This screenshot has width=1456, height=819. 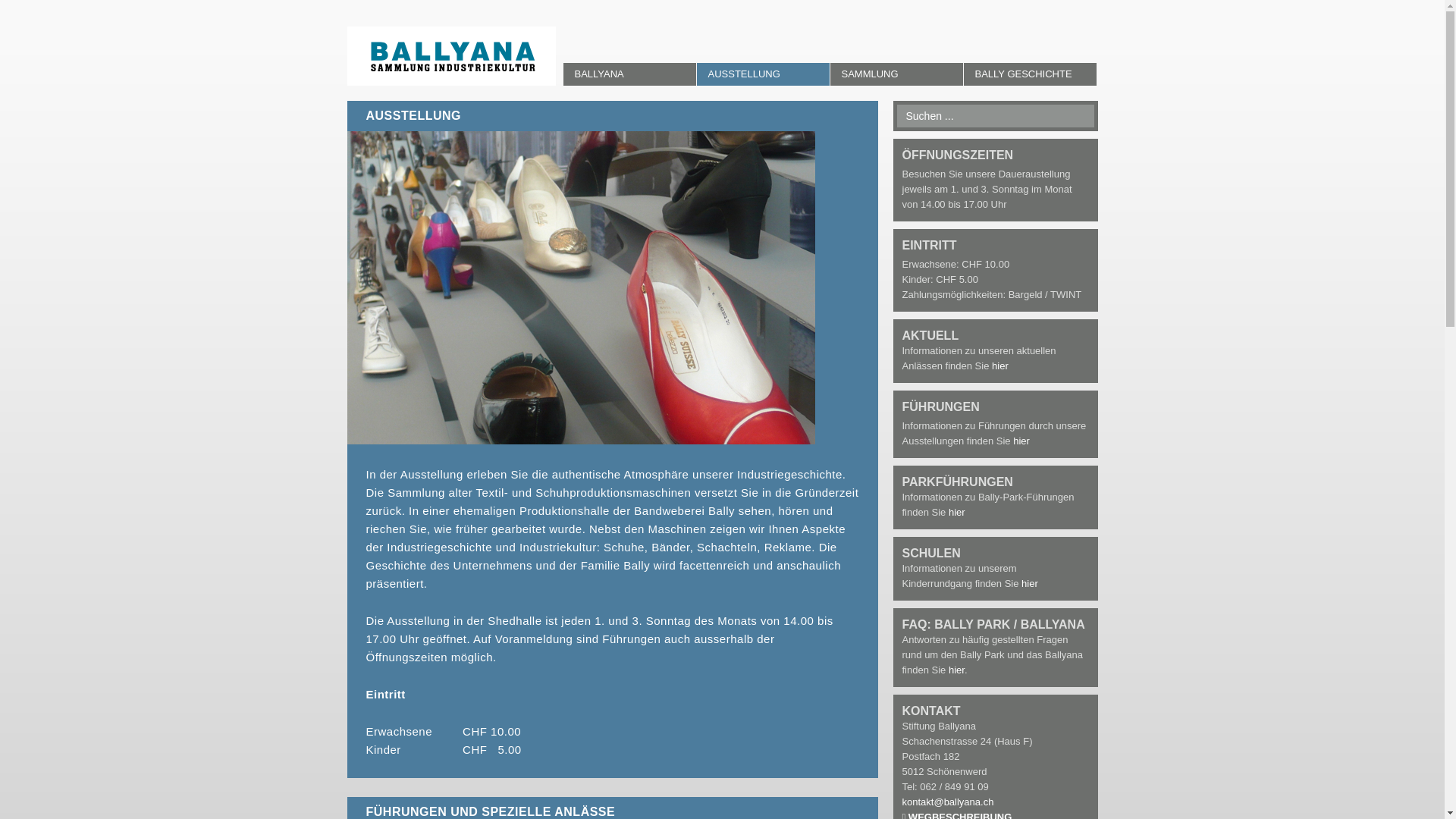 What do you see at coordinates (947, 801) in the screenshot?
I see `'kontakt@ballyana.ch'` at bounding box center [947, 801].